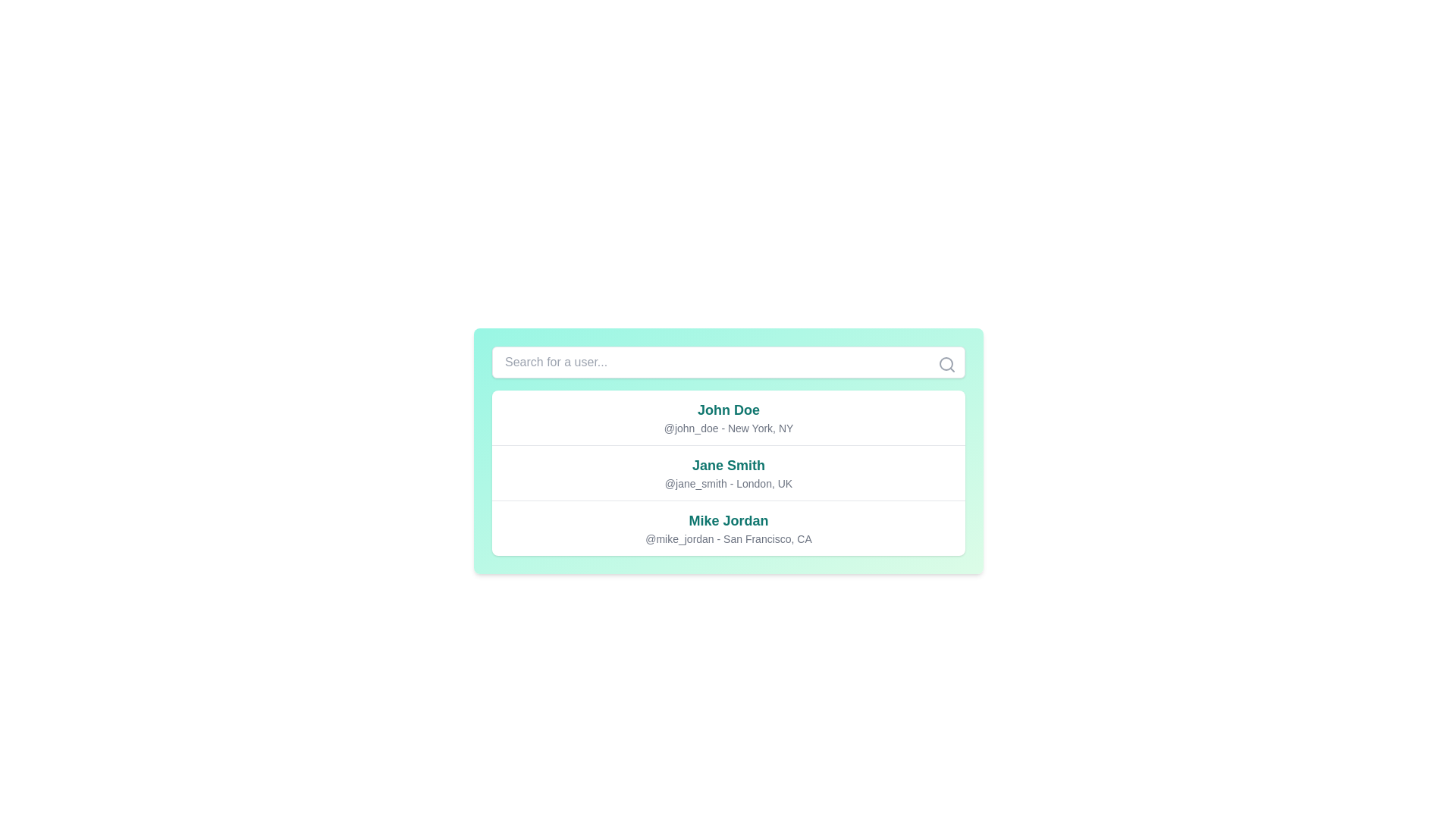 This screenshot has width=1456, height=819. What do you see at coordinates (728, 409) in the screenshot?
I see `the static text label 'John Doe', which is styled in large, bold teal font and located at the top of the first item in a scrollable list` at bounding box center [728, 409].